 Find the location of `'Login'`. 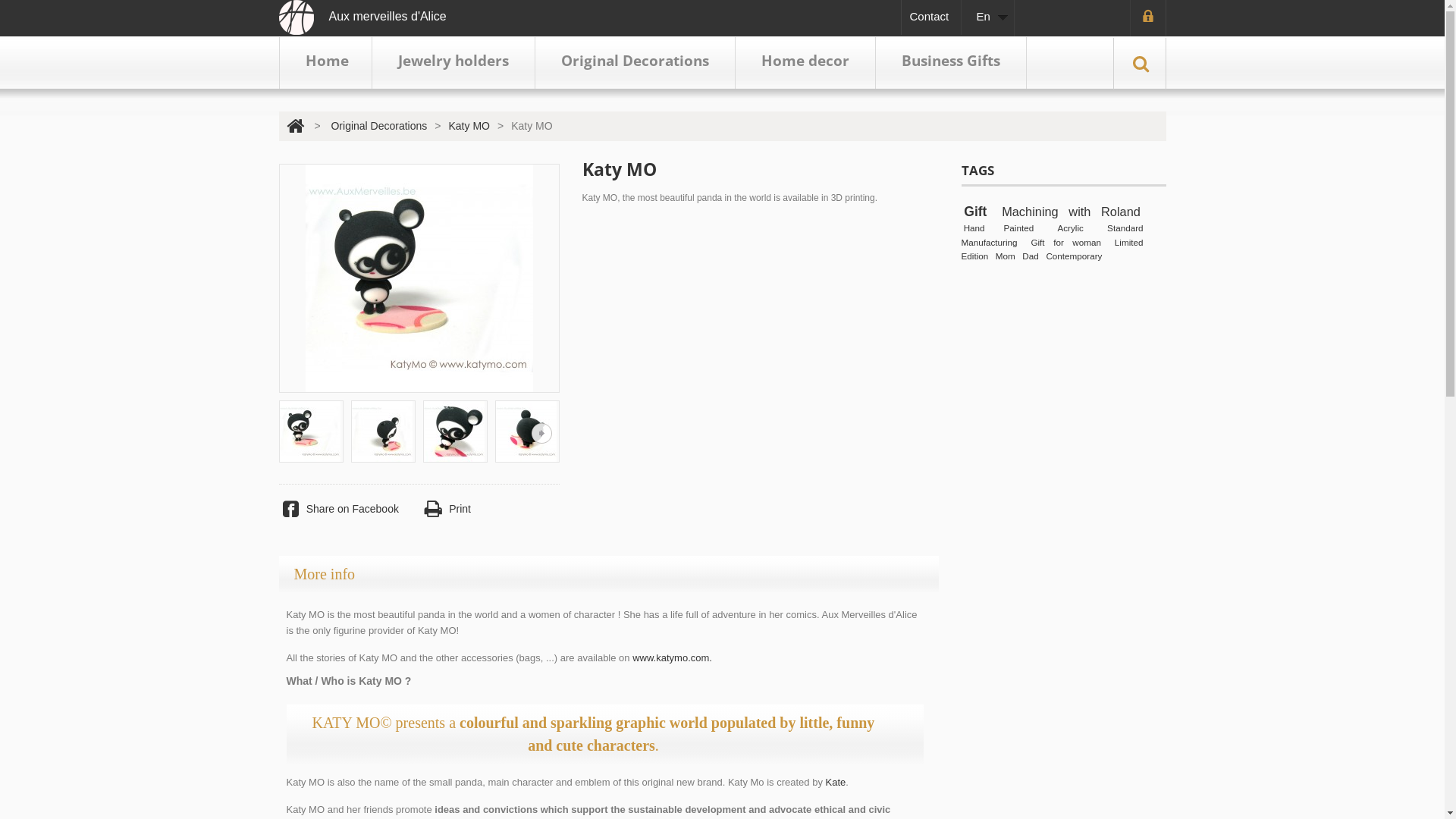

'Login' is located at coordinates (1129, 17).